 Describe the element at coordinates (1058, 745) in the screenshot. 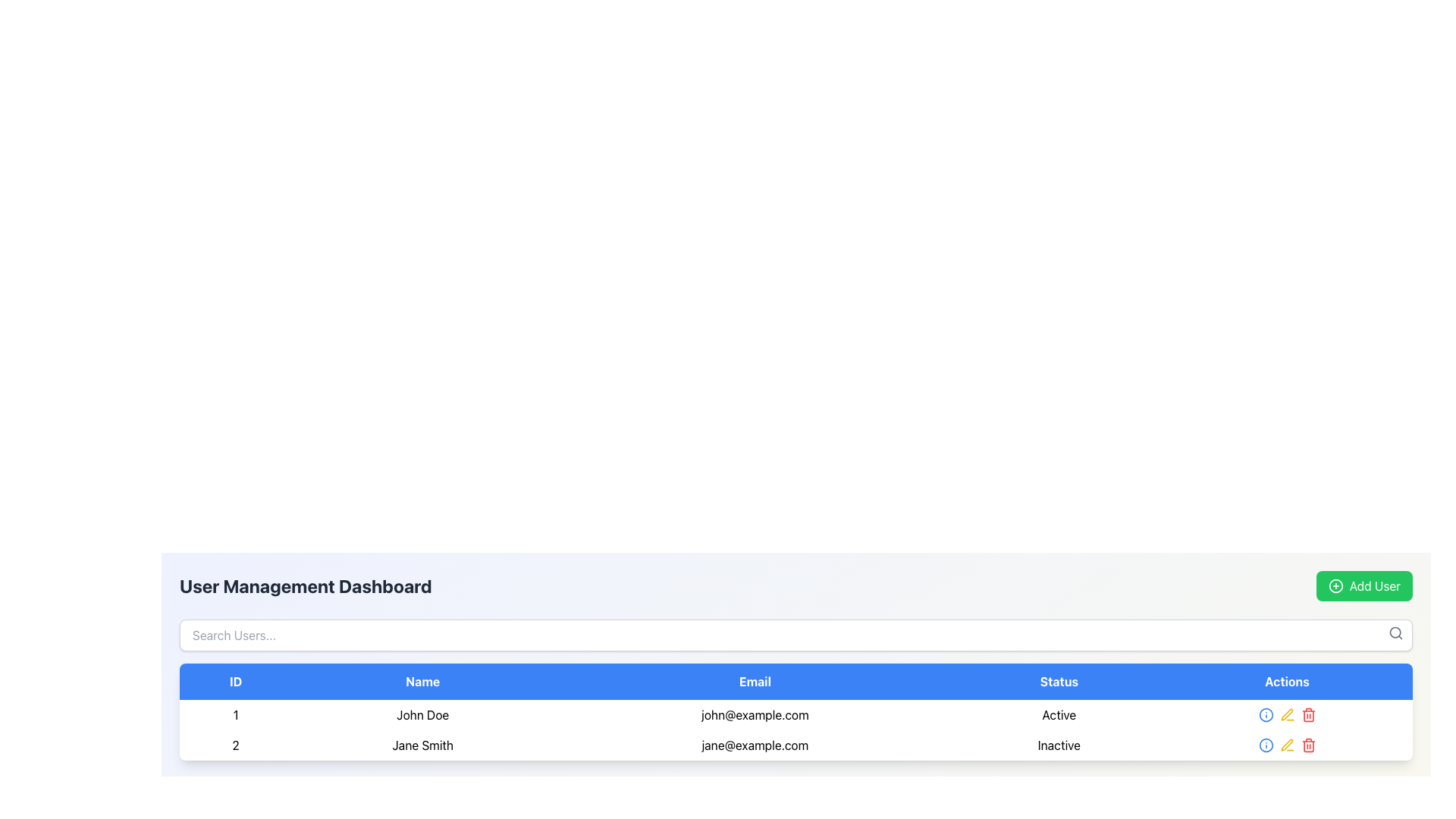

I see `the text label displaying 'Inactive' in the status column of the user management table for the user Jane Smith` at that location.